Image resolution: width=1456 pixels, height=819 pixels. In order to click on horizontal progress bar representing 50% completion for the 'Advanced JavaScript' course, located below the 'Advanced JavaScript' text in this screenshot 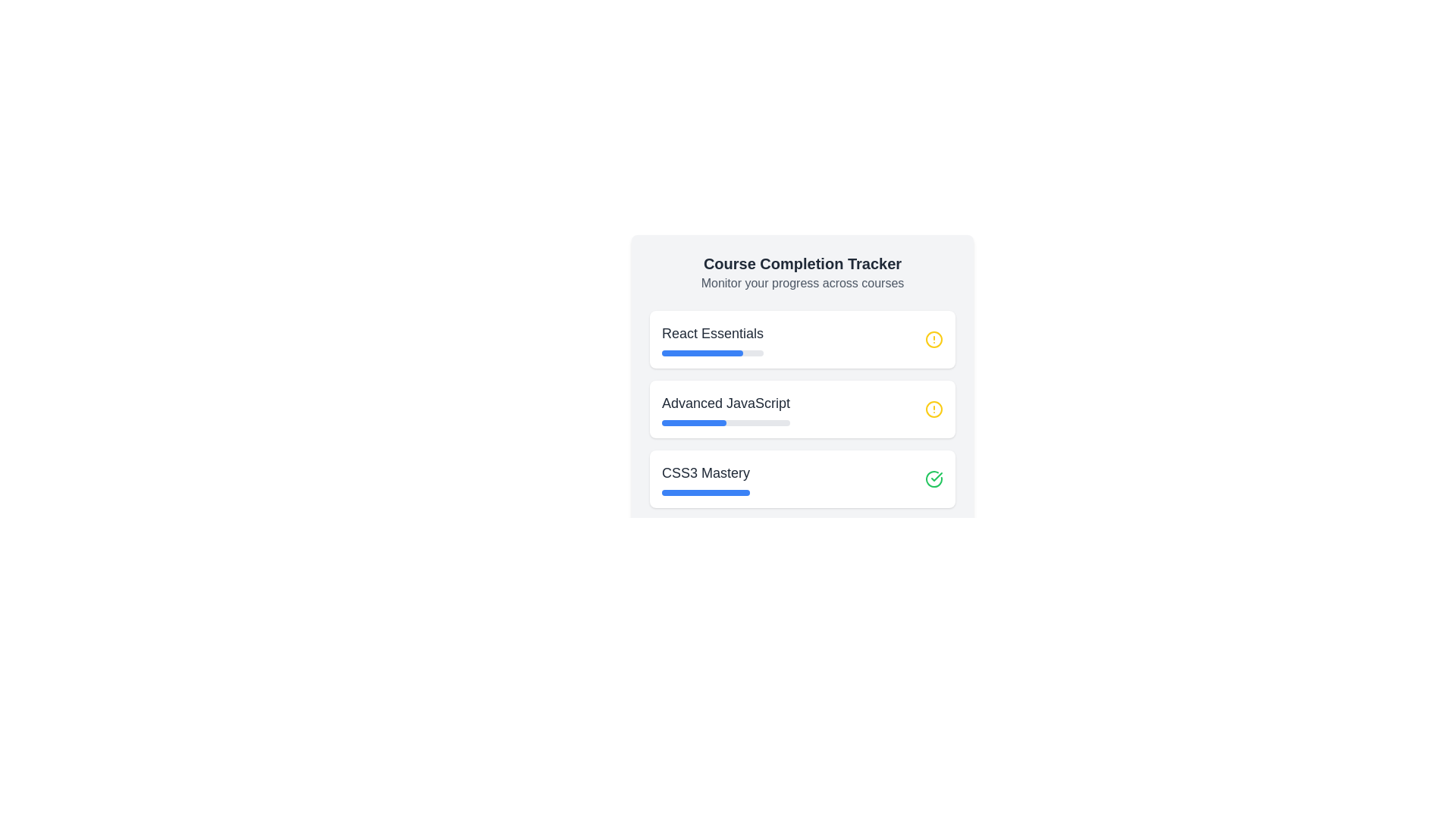, I will do `click(725, 423)`.